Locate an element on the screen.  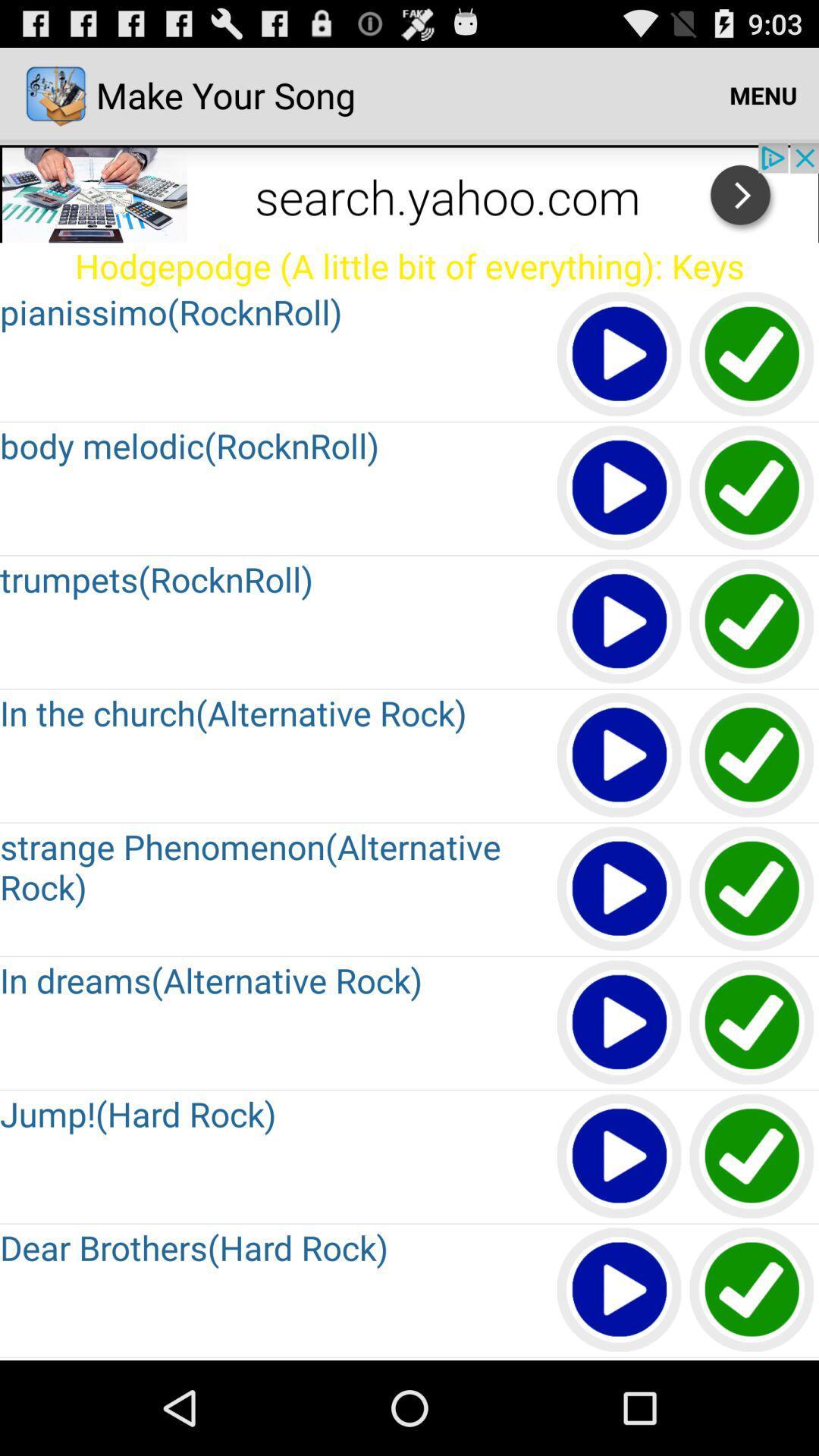
play is located at coordinates (620, 622).